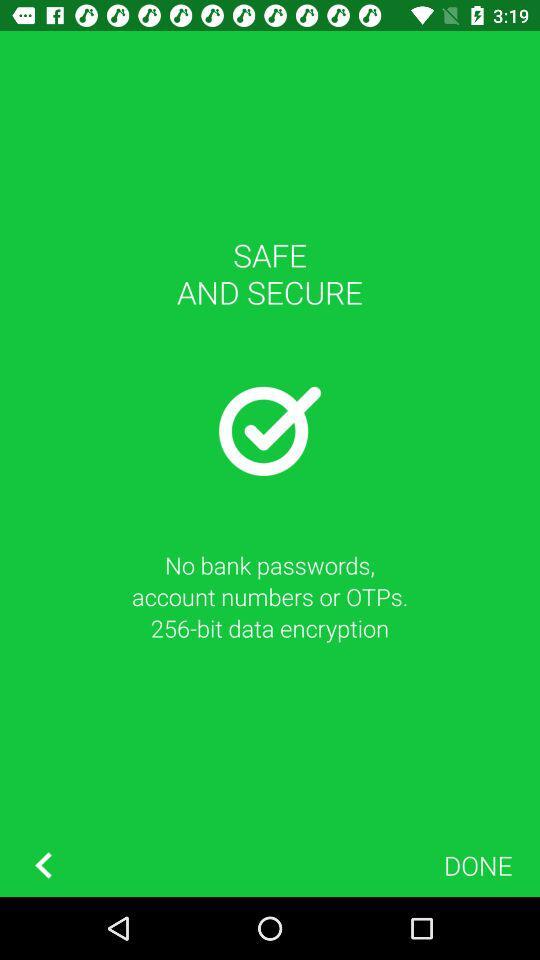 Image resolution: width=540 pixels, height=960 pixels. Describe the element at coordinates (43, 864) in the screenshot. I see `icon next to done item` at that location.